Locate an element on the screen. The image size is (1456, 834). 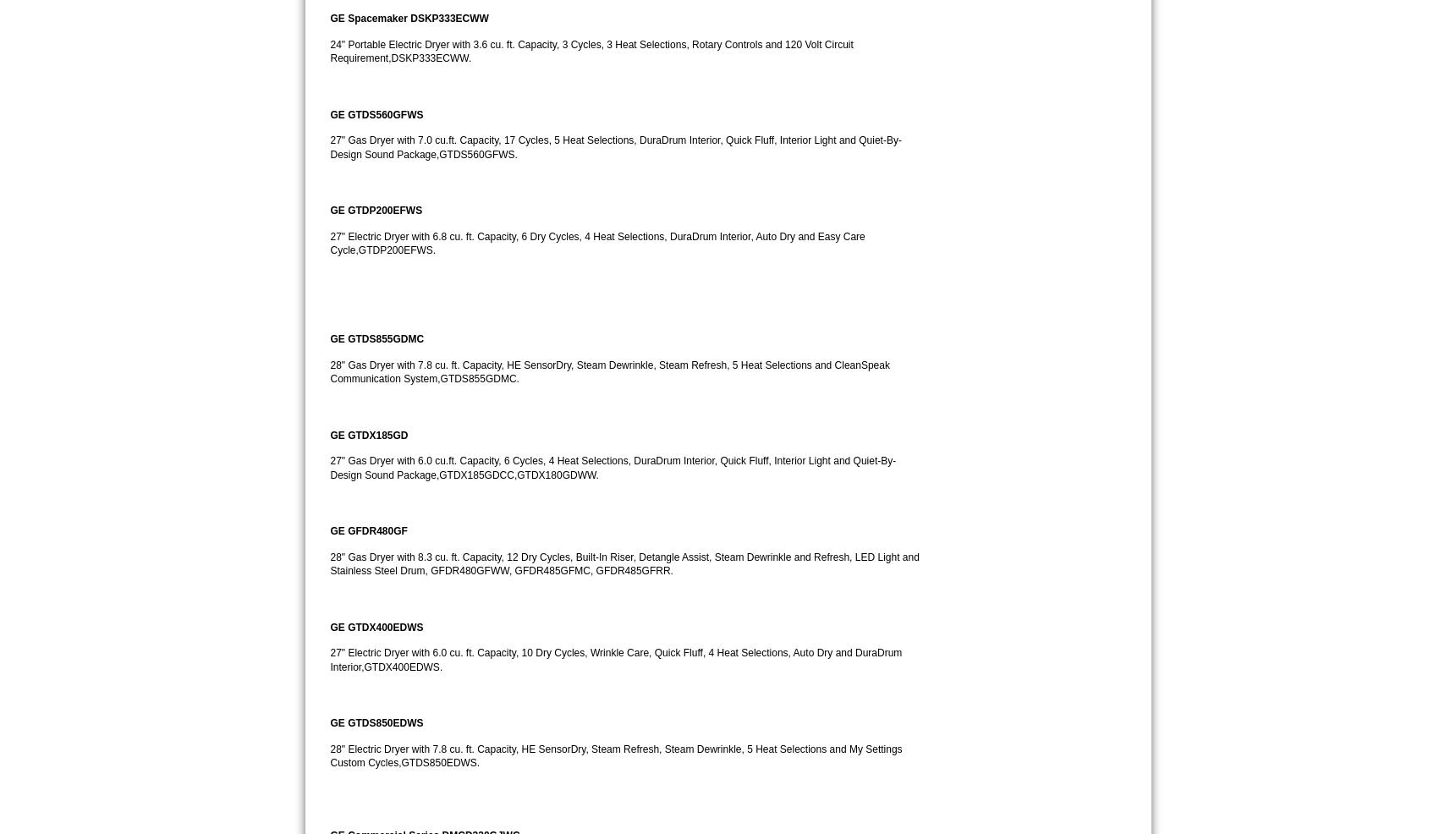
'GE GTDS850EDWS' is located at coordinates (376, 722).